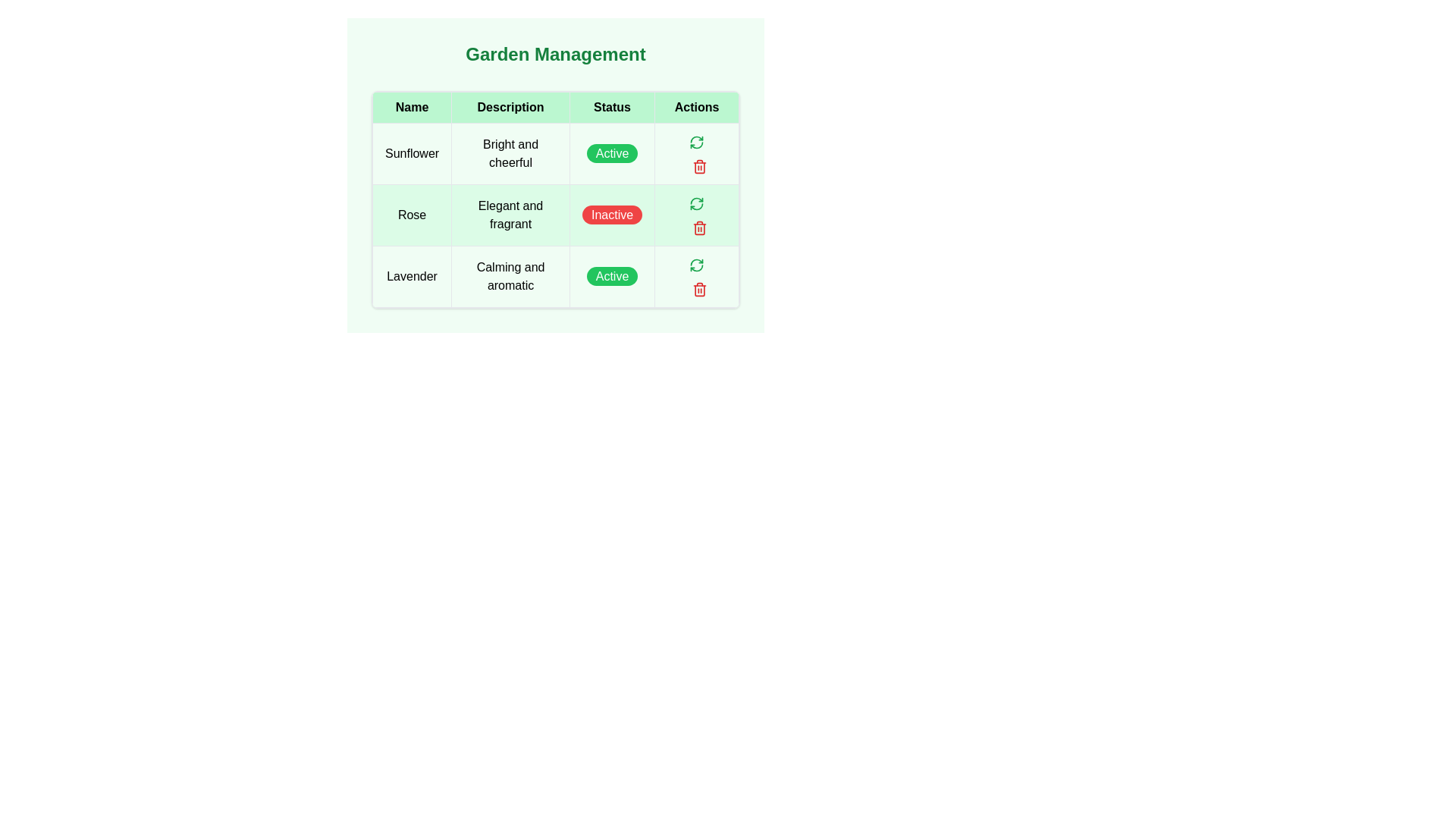 The width and height of the screenshot is (1456, 819). Describe the element at coordinates (555, 277) in the screenshot. I see `the third row` at that location.